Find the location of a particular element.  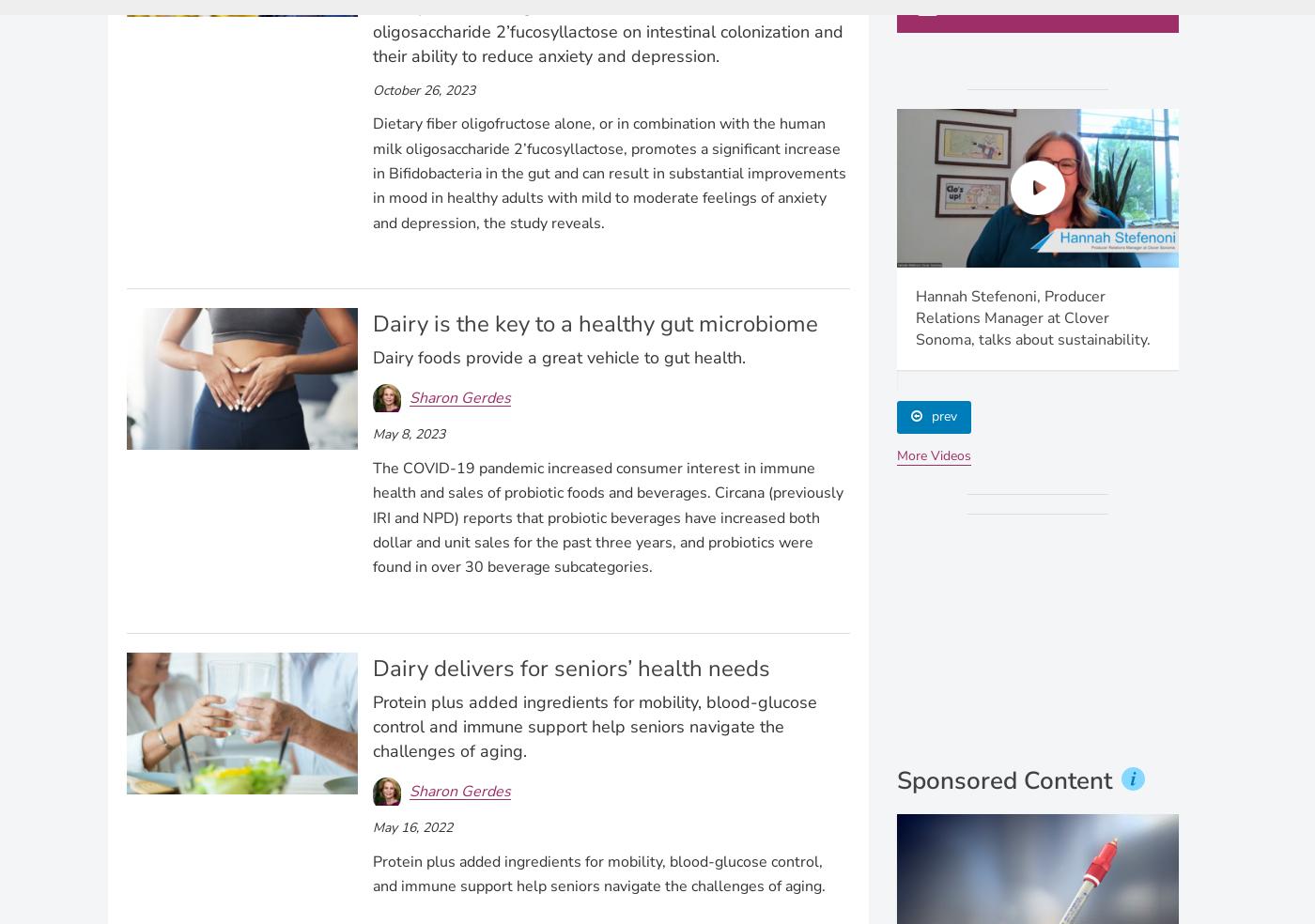

'May 8, 2023' is located at coordinates (408, 434).